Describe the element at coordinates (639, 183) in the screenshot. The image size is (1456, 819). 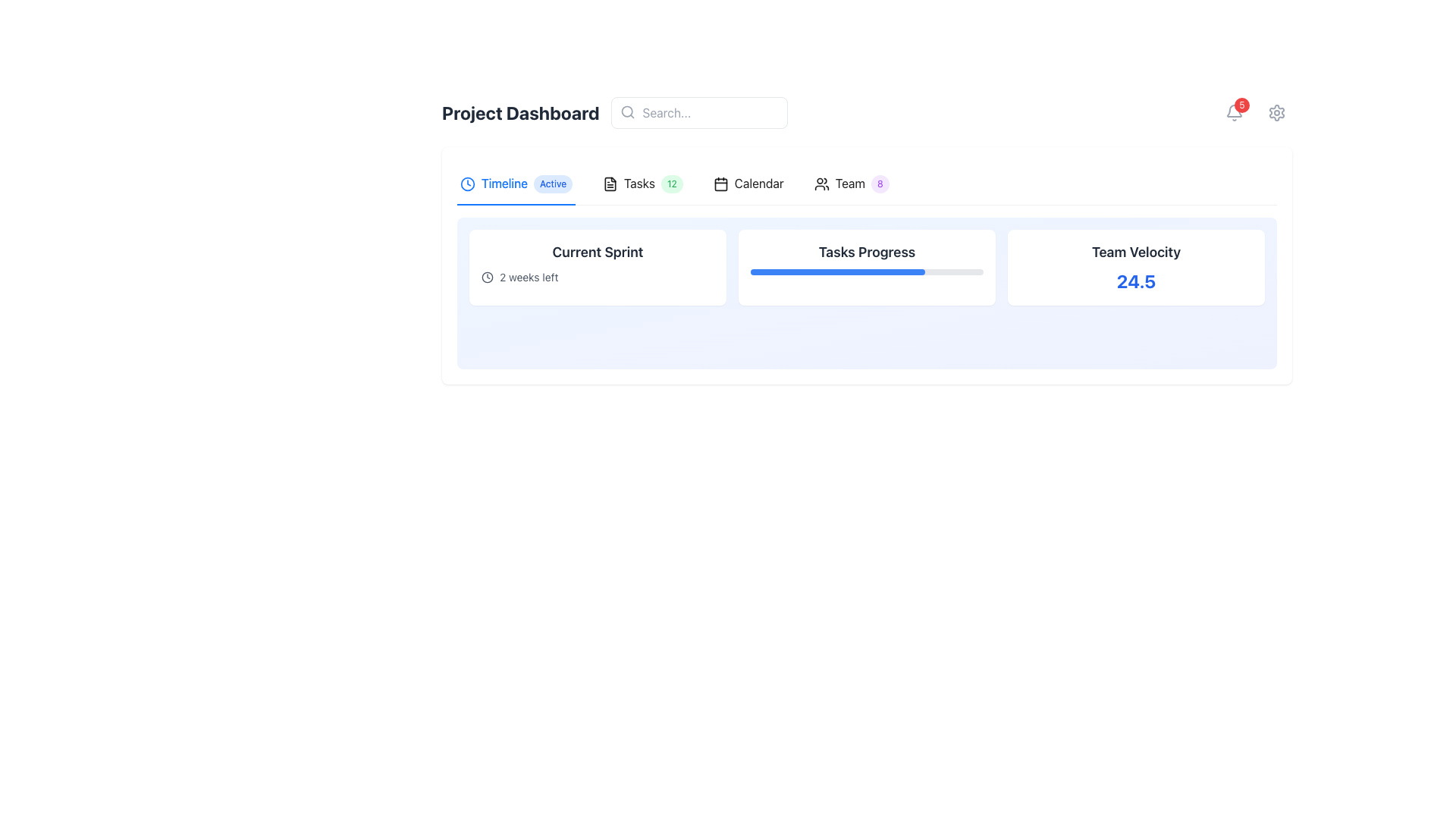
I see `text label displaying 'Tasks' located in the navigation bar, positioned between an icon and a badge with the number '12'` at that location.